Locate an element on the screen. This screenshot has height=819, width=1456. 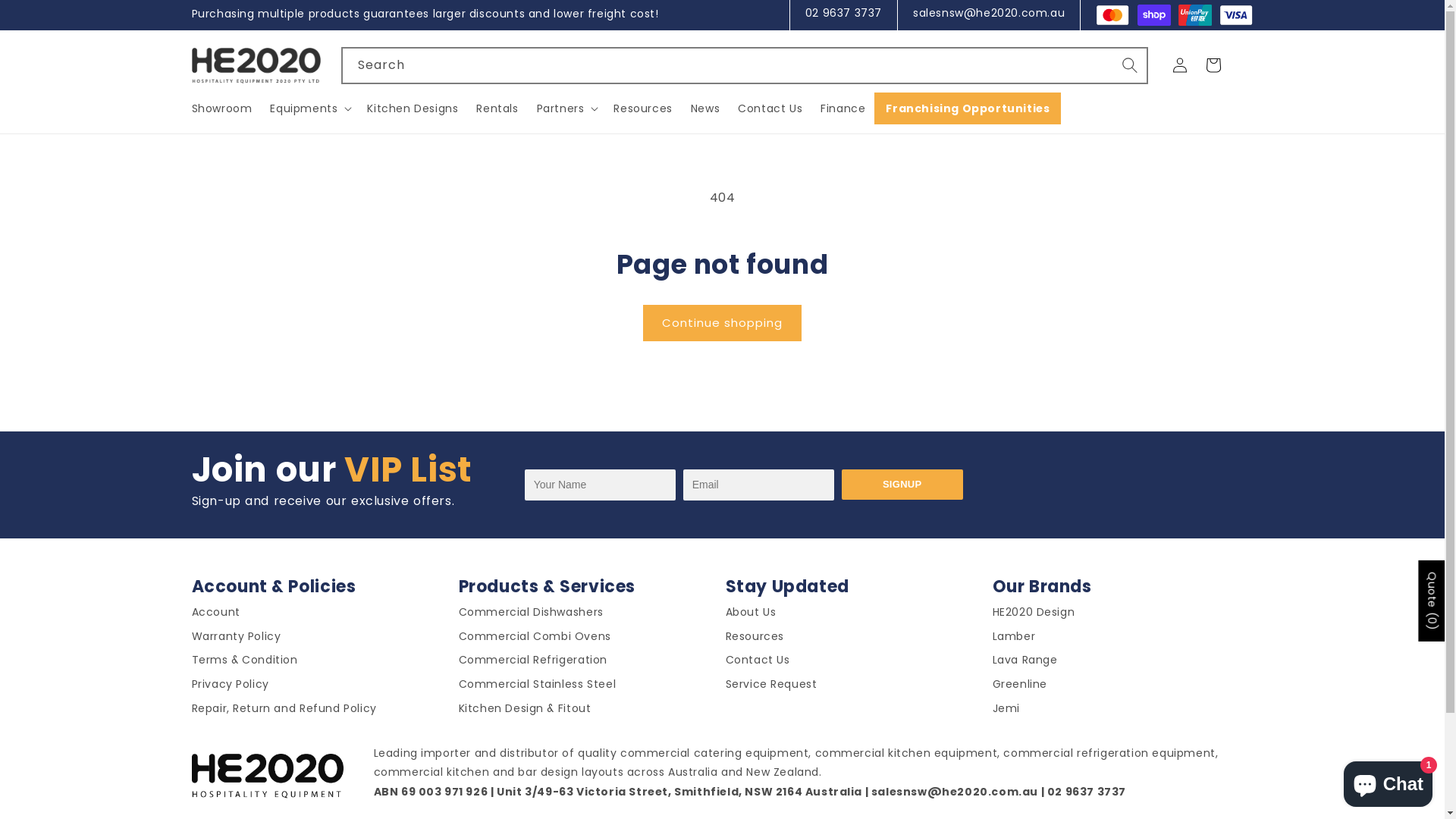
'Privacy Policy' is located at coordinates (228, 687).